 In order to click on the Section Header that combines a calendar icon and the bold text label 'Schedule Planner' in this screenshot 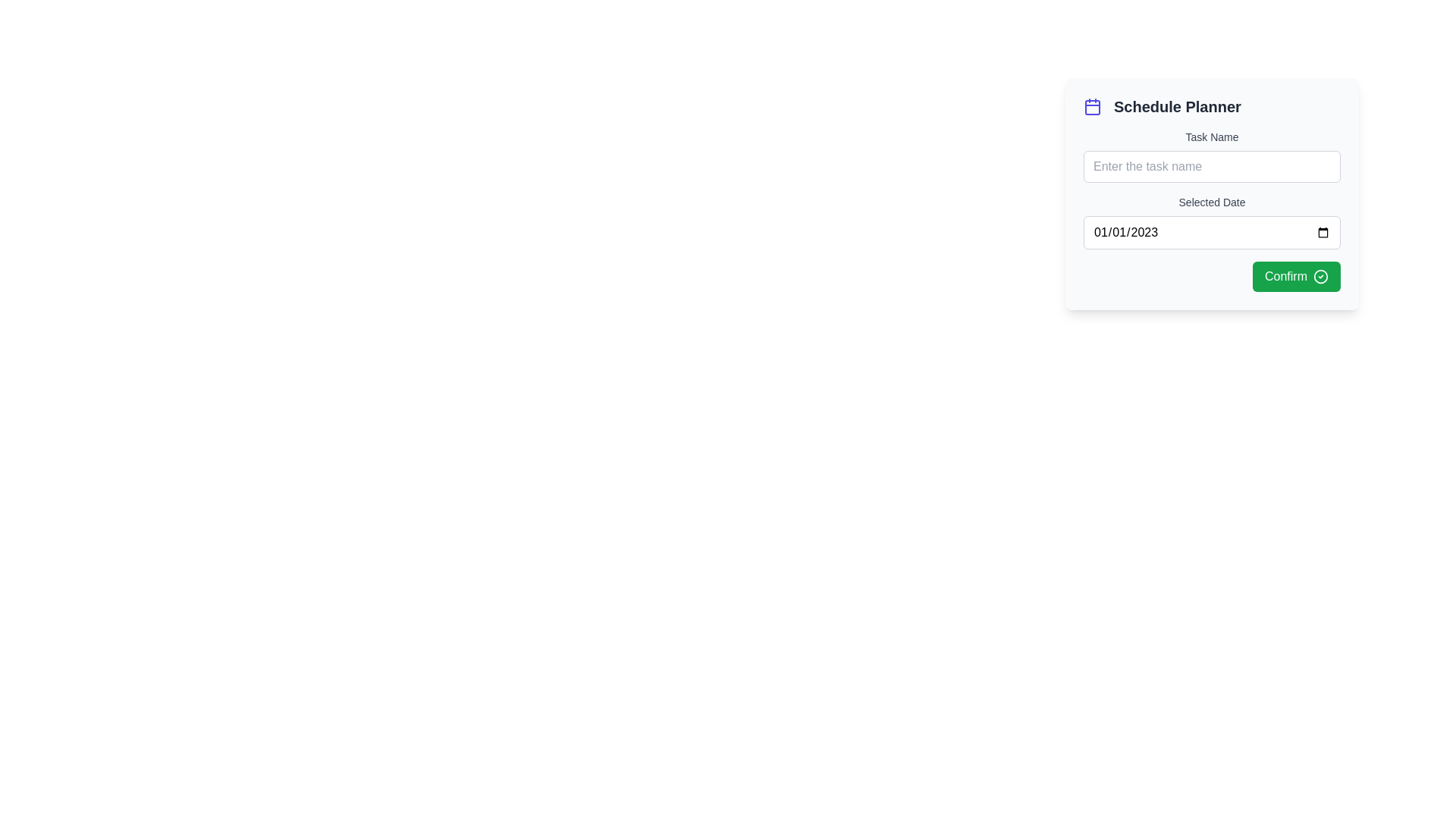, I will do `click(1211, 106)`.